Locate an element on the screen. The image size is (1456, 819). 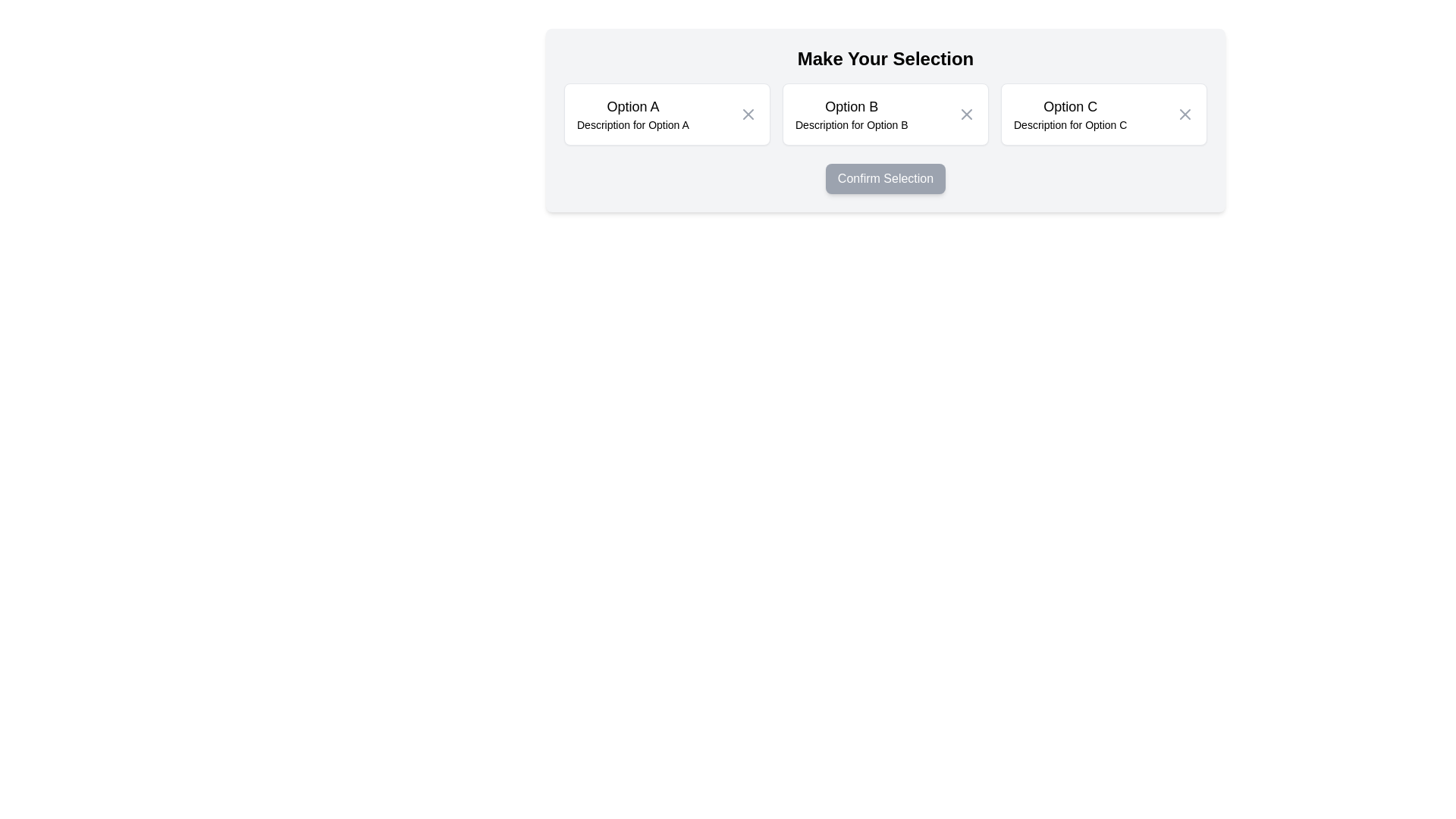
the descriptive text area displaying 'Description for Option C', which is located below the heading 'Option C' and positioned at the center-right of the page is located at coordinates (1069, 124).